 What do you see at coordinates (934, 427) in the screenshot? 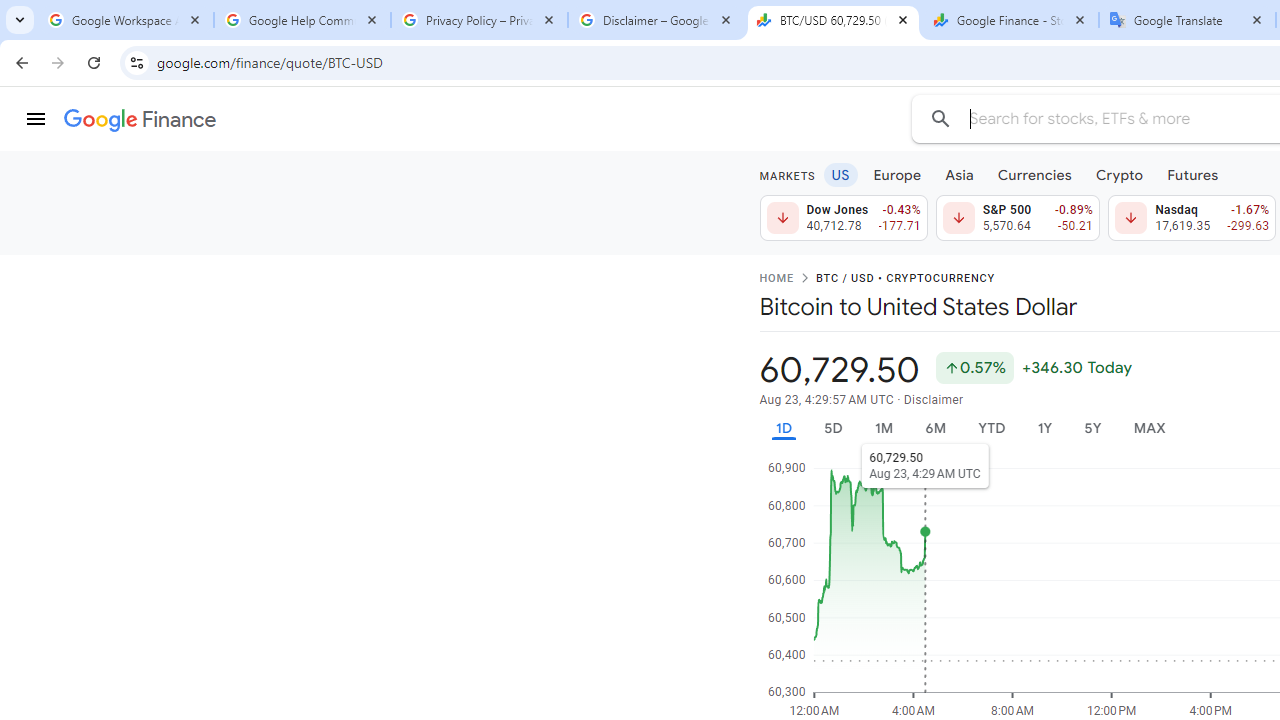
I see `'6M'` at bounding box center [934, 427].